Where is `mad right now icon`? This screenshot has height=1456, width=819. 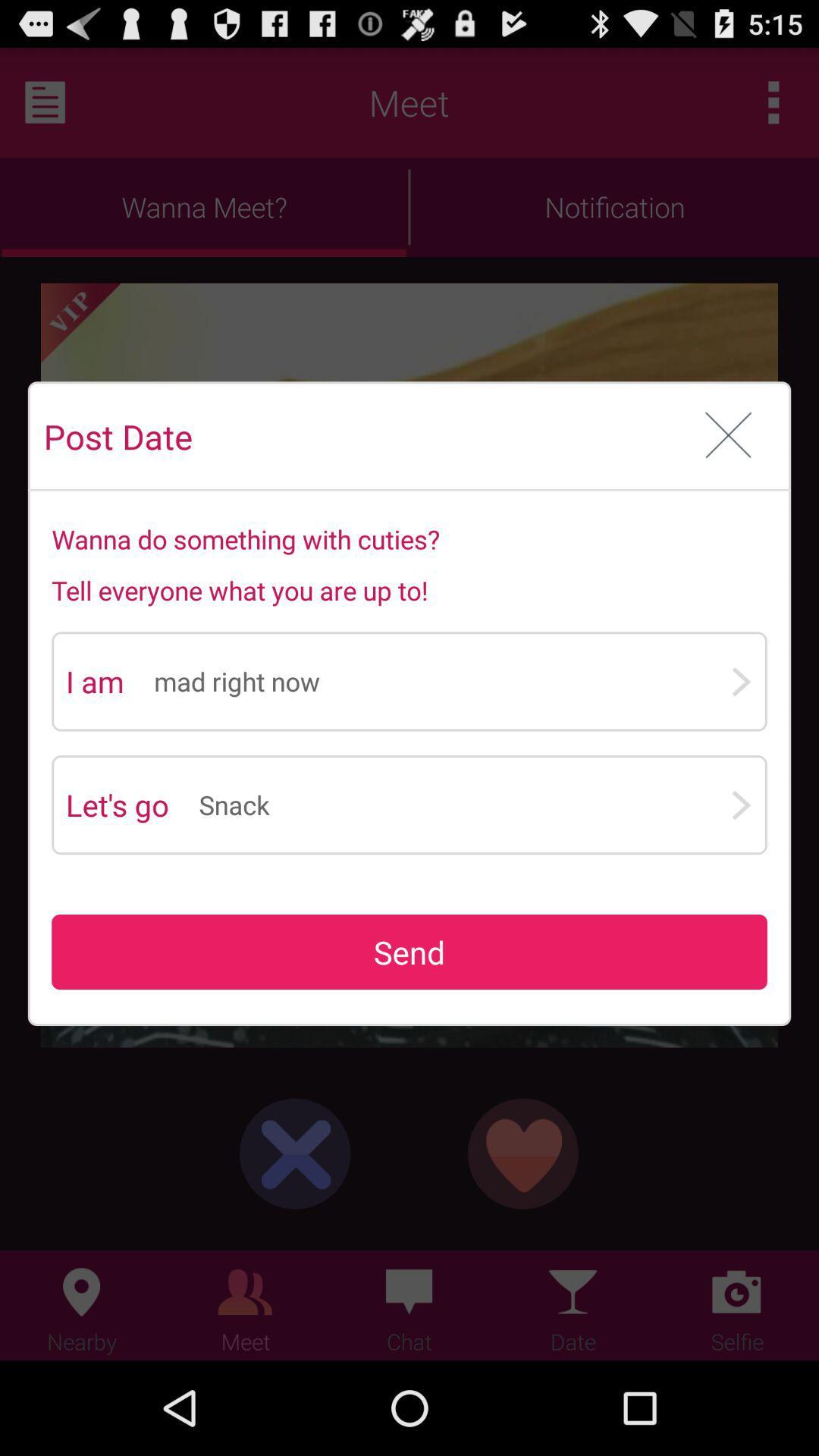
mad right now icon is located at coordinates (442, 680).